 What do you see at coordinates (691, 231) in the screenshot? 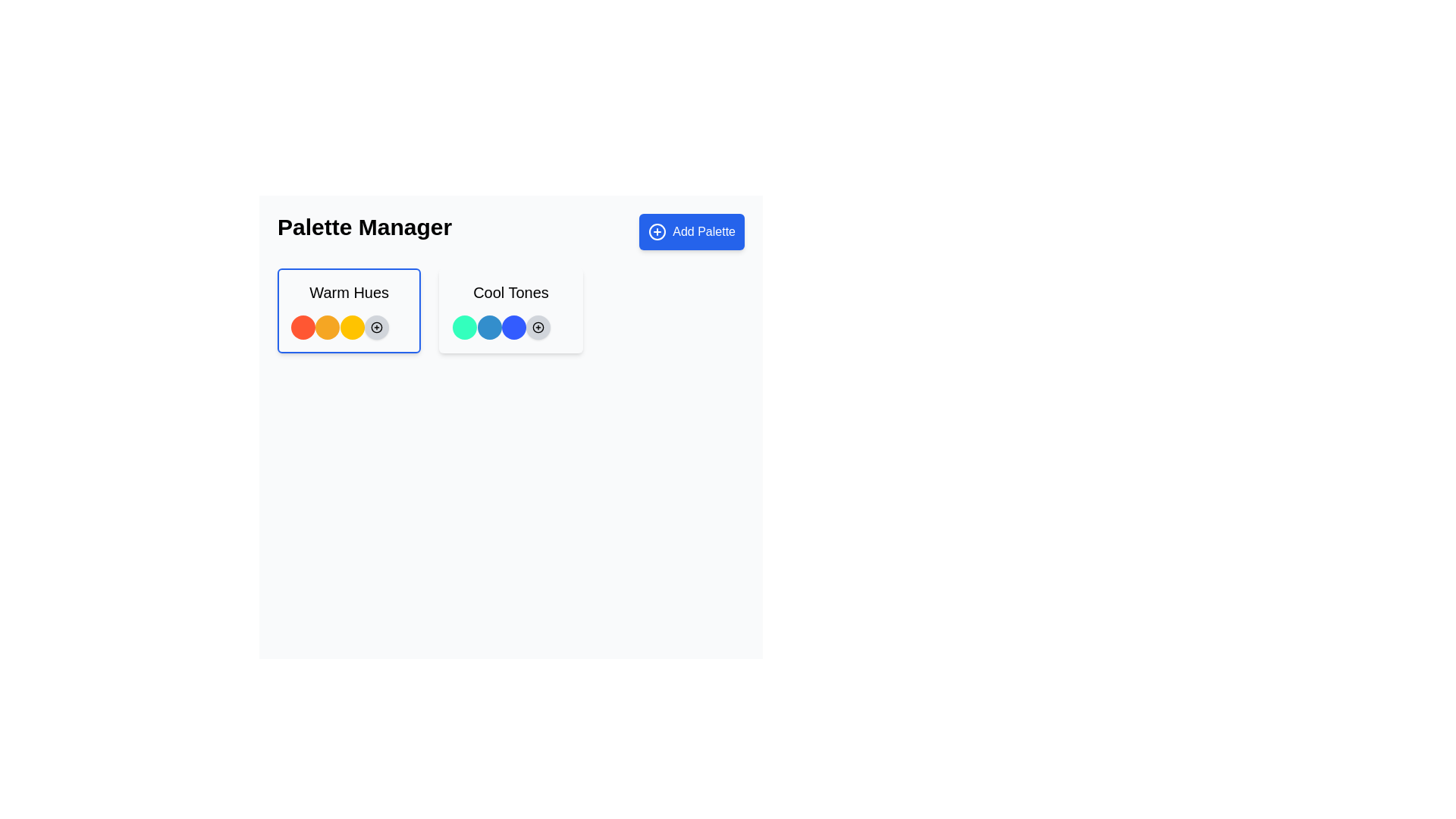
I see `the rectangular button with a blue background and white text saying 'Add Palette', located in the top right corner of the Palette Manager interface` at bounding box center [691, 231].